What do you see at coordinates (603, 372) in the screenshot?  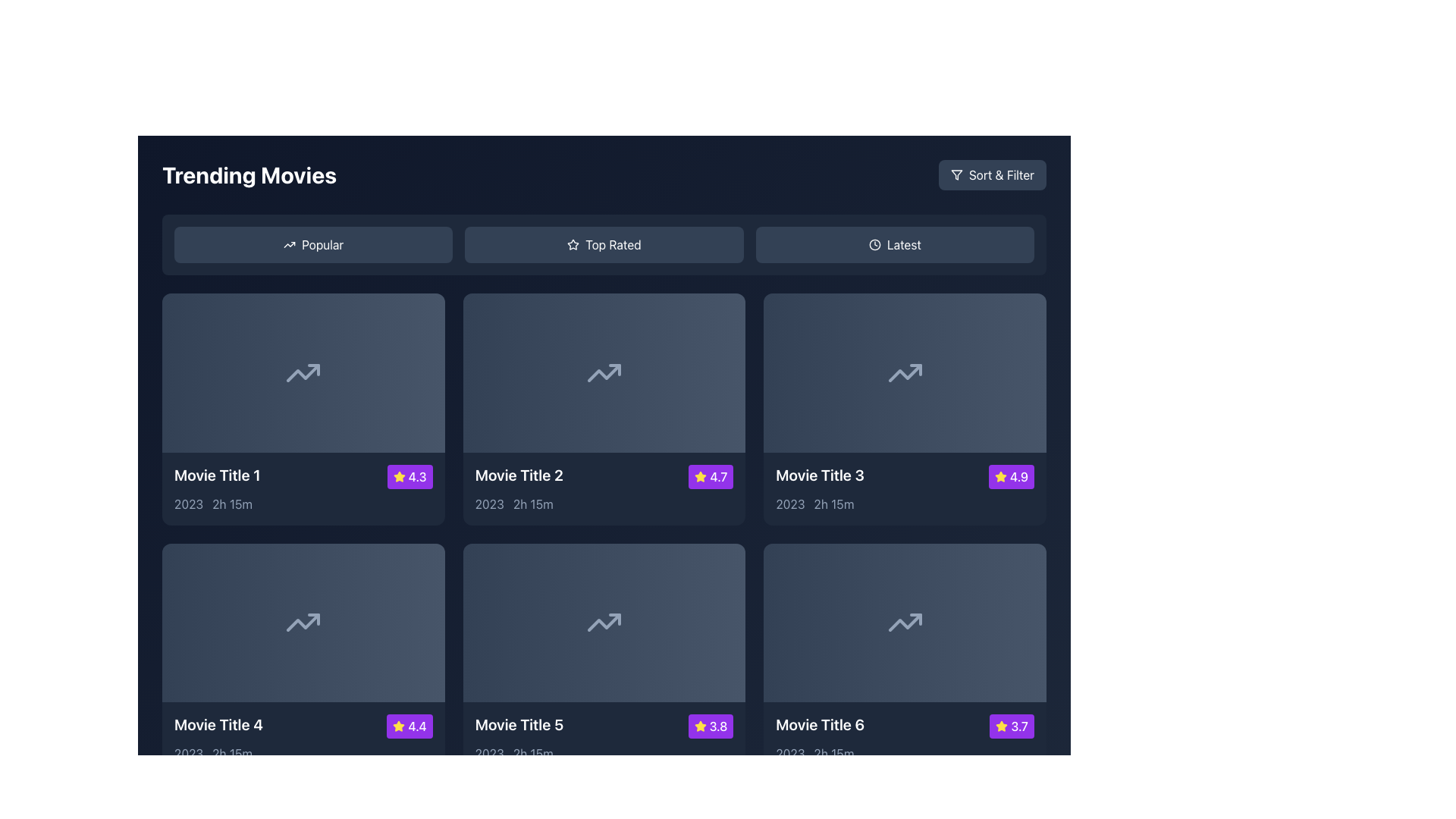 I see `the upward trending arrow icon located in the second box from the left under the 'Trending Movies' section, labeled 'Movie Title 2'` at bounding box center [603, 372].